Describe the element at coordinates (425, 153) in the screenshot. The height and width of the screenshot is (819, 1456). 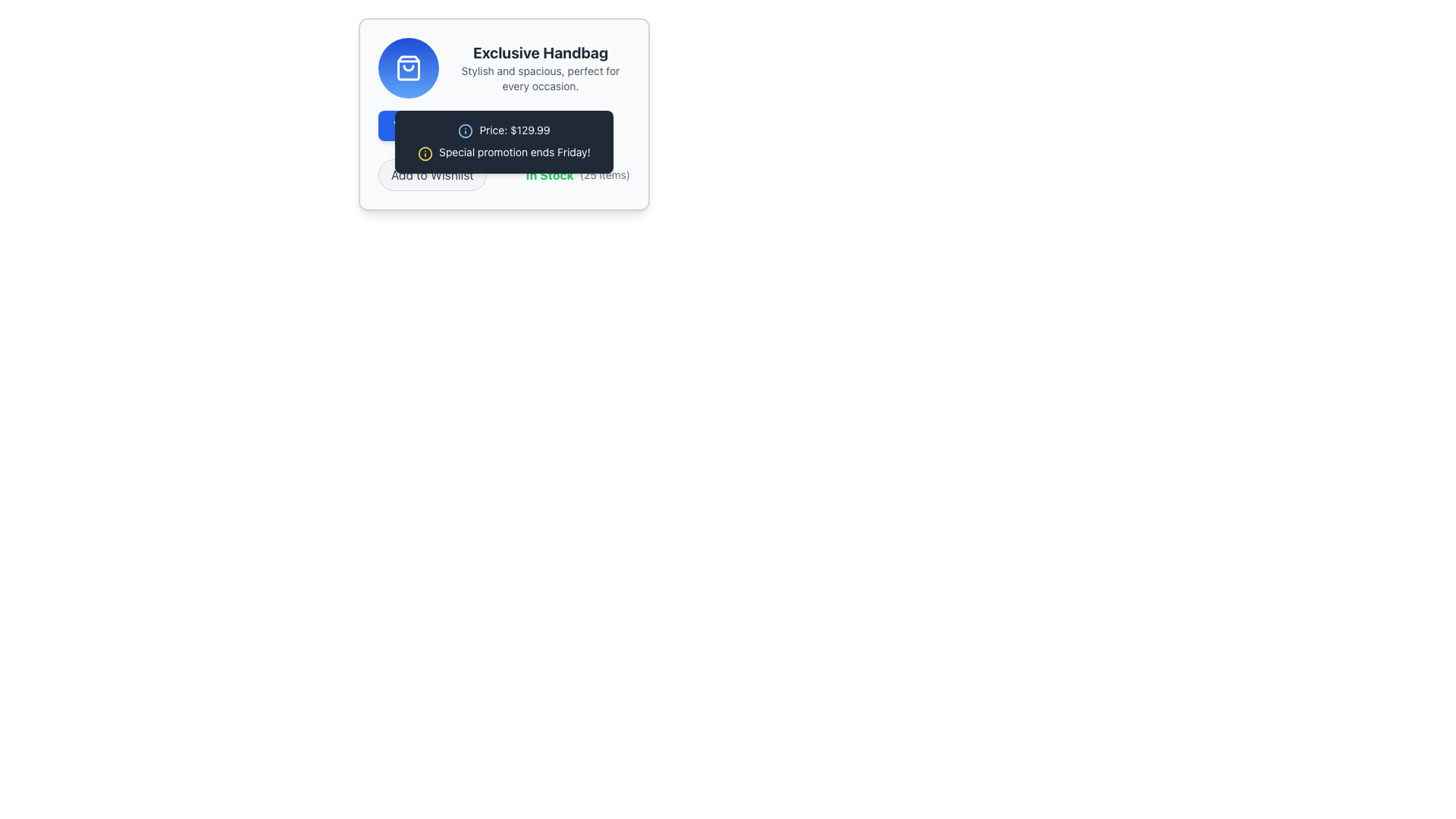
I see `the circular SVG element within the tooltip next to the price information` at that location.